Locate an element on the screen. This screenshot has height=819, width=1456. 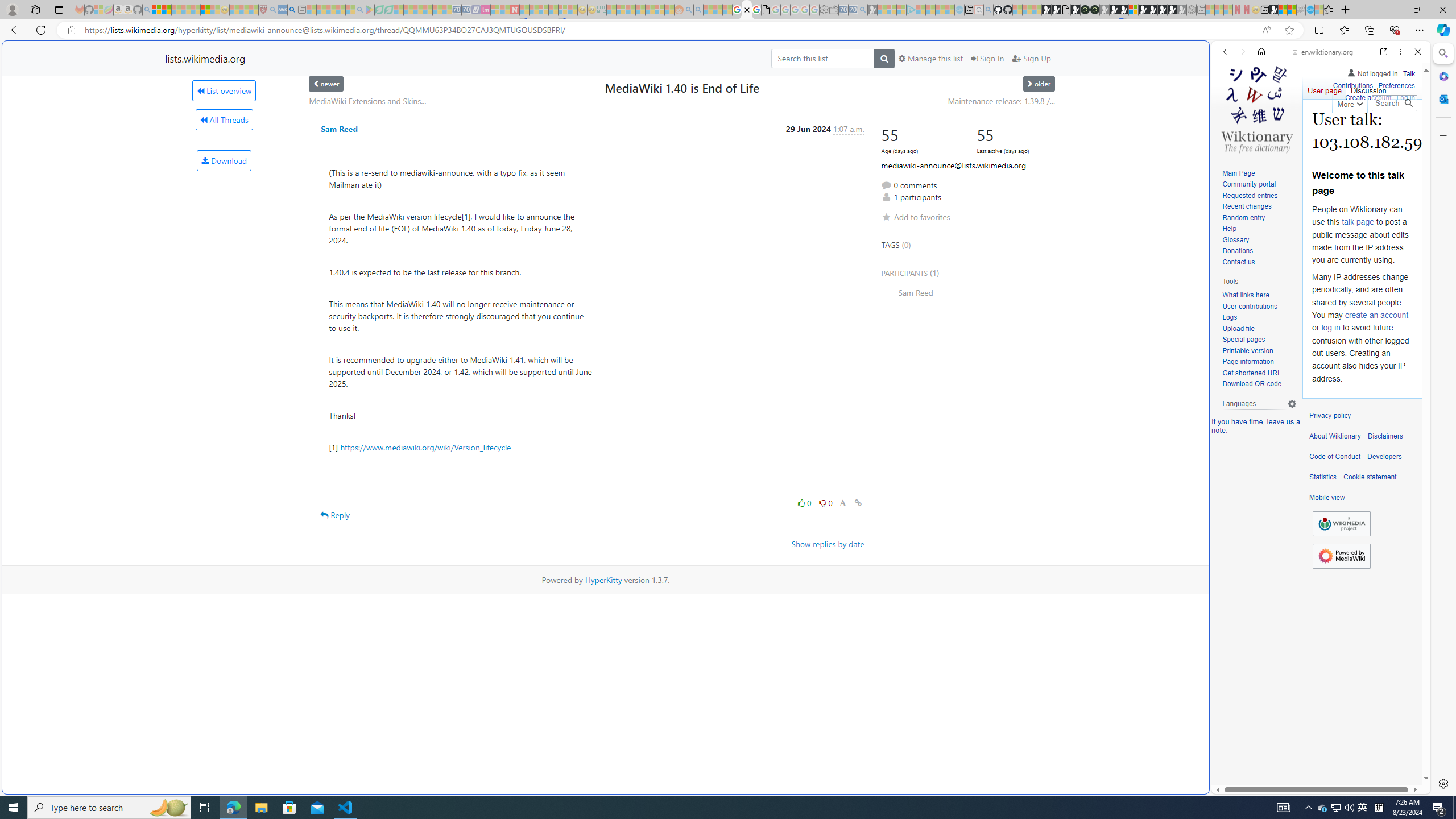
'Code of Conduct' is located at coordinates (1335, 457).